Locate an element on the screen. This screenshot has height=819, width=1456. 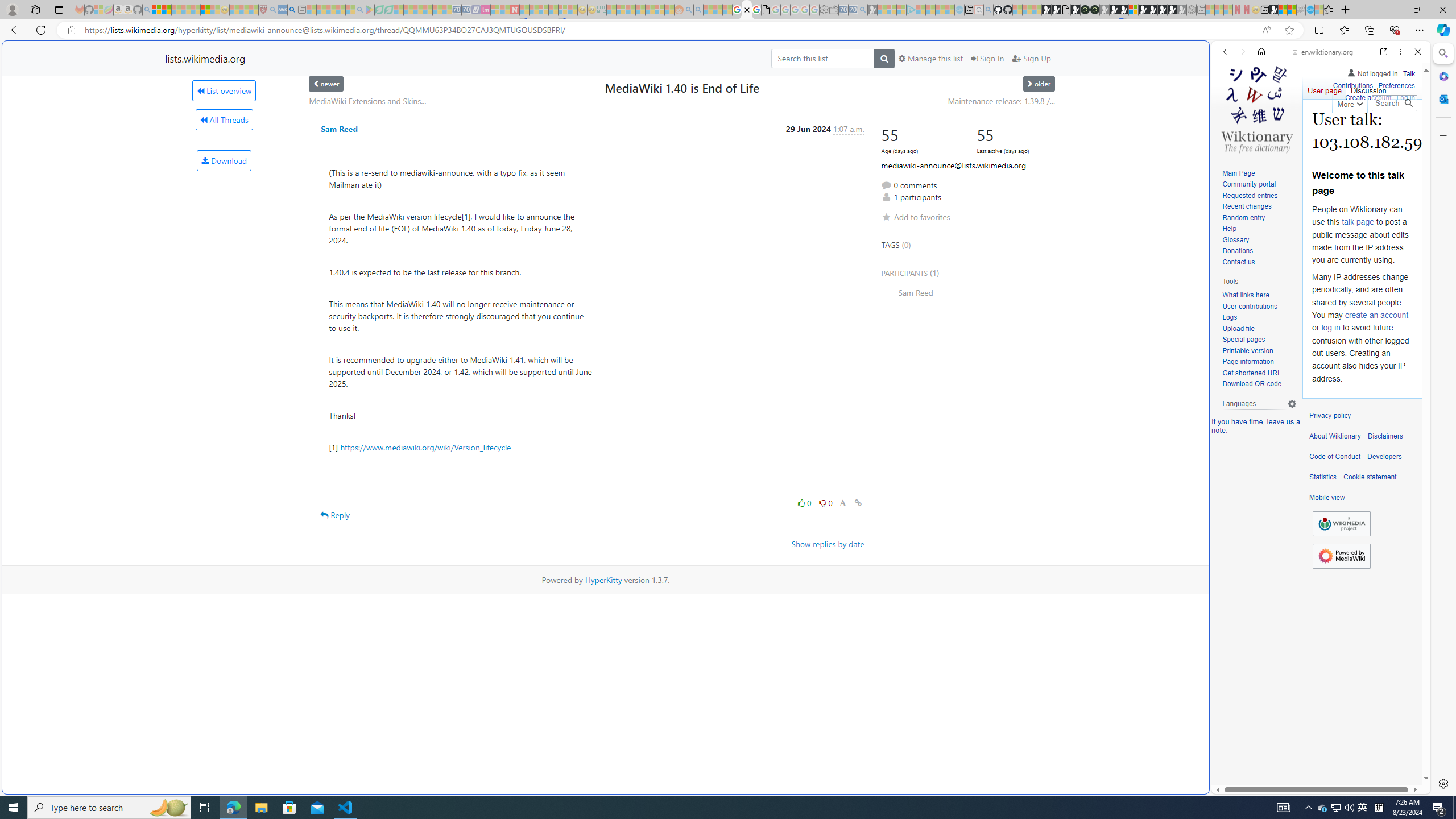
'Code of Conduct' is located at coordinates (1335, 457).